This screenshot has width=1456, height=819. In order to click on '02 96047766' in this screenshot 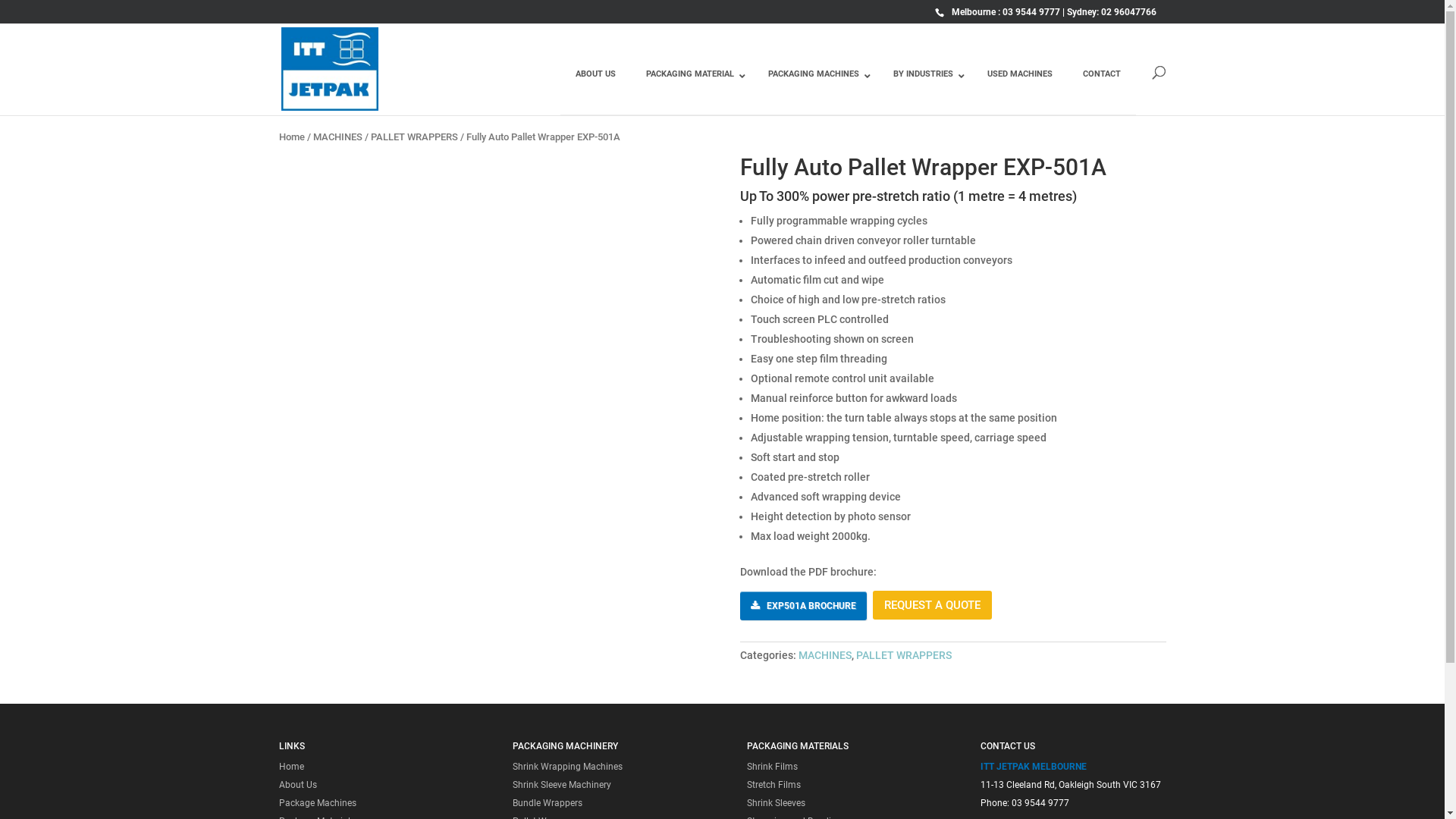, I will do `click(1128, 11)`.